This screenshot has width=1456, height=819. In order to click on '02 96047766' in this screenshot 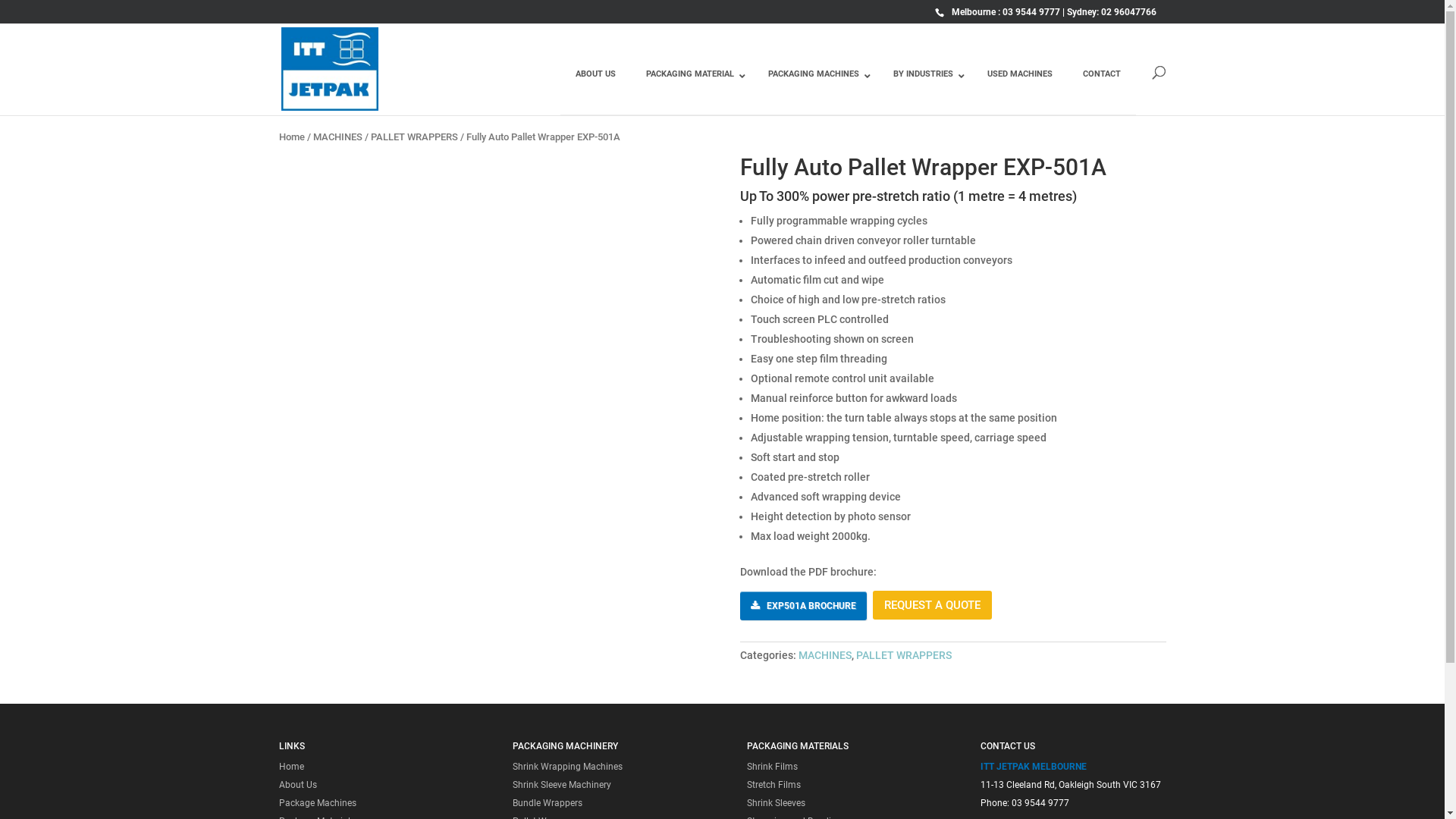, I will do `click(1128, 11)`.